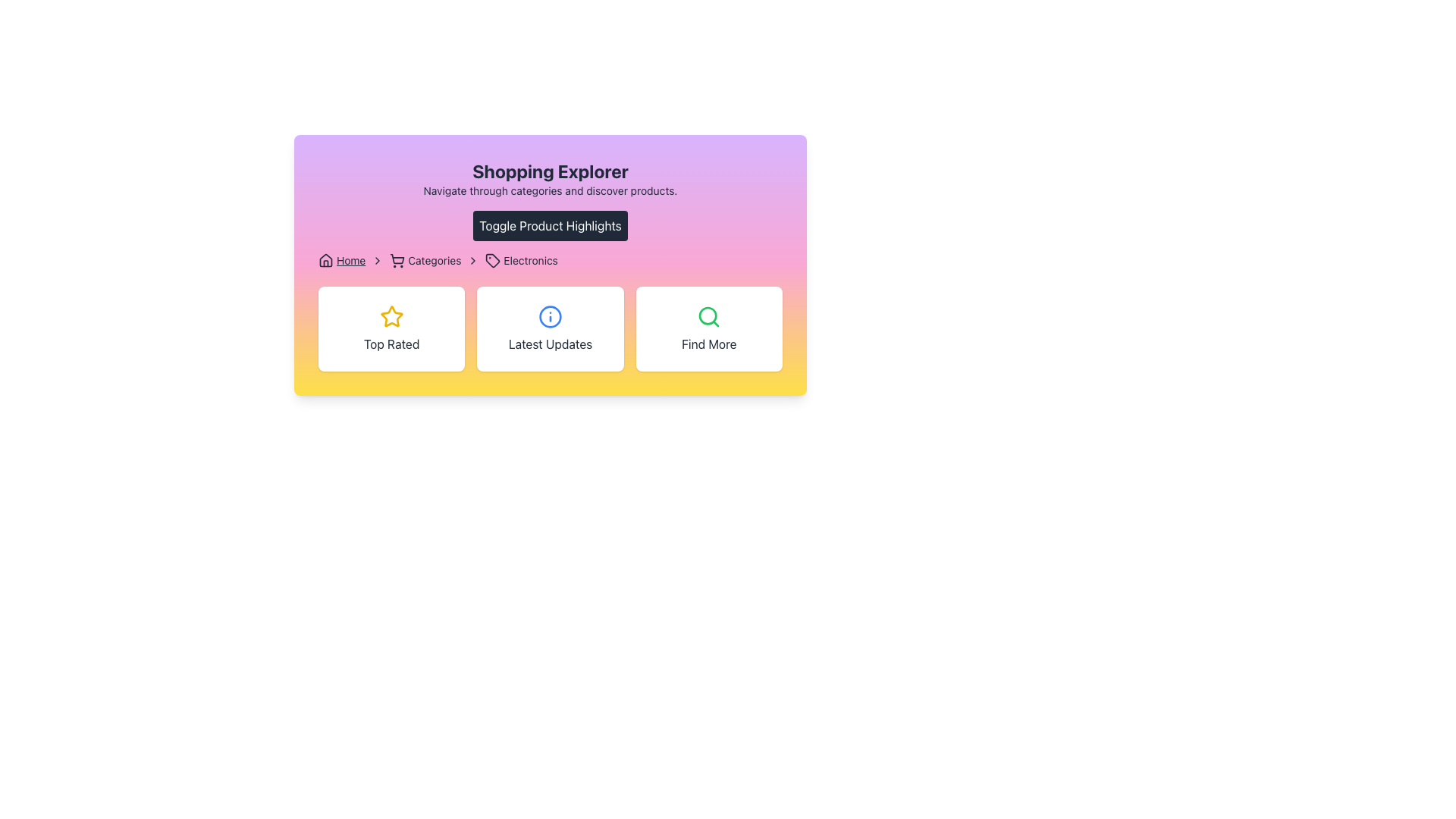 The image size is (1456, 819). What do you see at coordinates (350, 259) in the screenshot?
I see `the 'Home' hyperlink element in the breadcrumb navigation bar` at bounding box center [350, 259].